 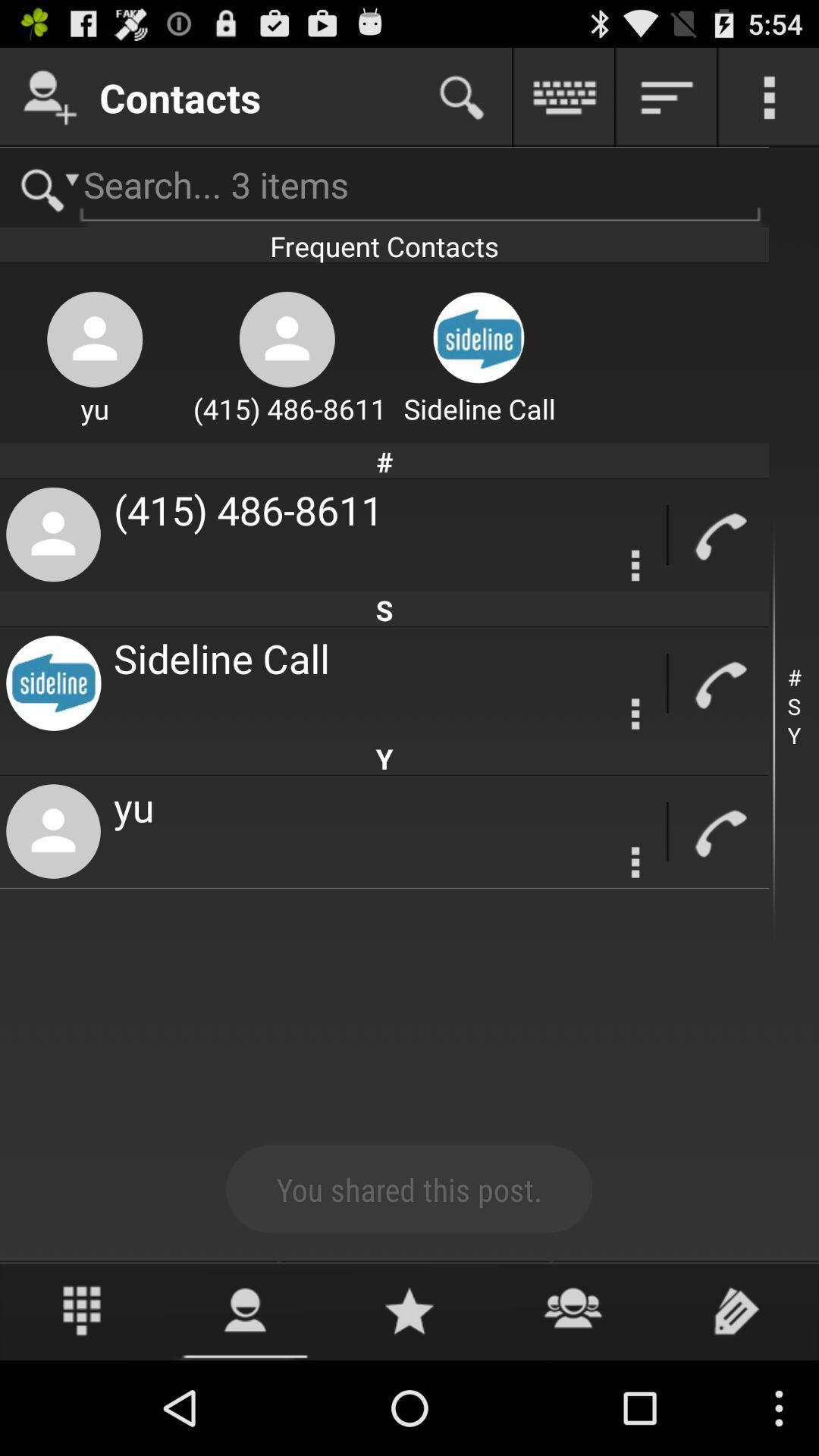 I want to click on favorites button, so click(x=409, y=1310).